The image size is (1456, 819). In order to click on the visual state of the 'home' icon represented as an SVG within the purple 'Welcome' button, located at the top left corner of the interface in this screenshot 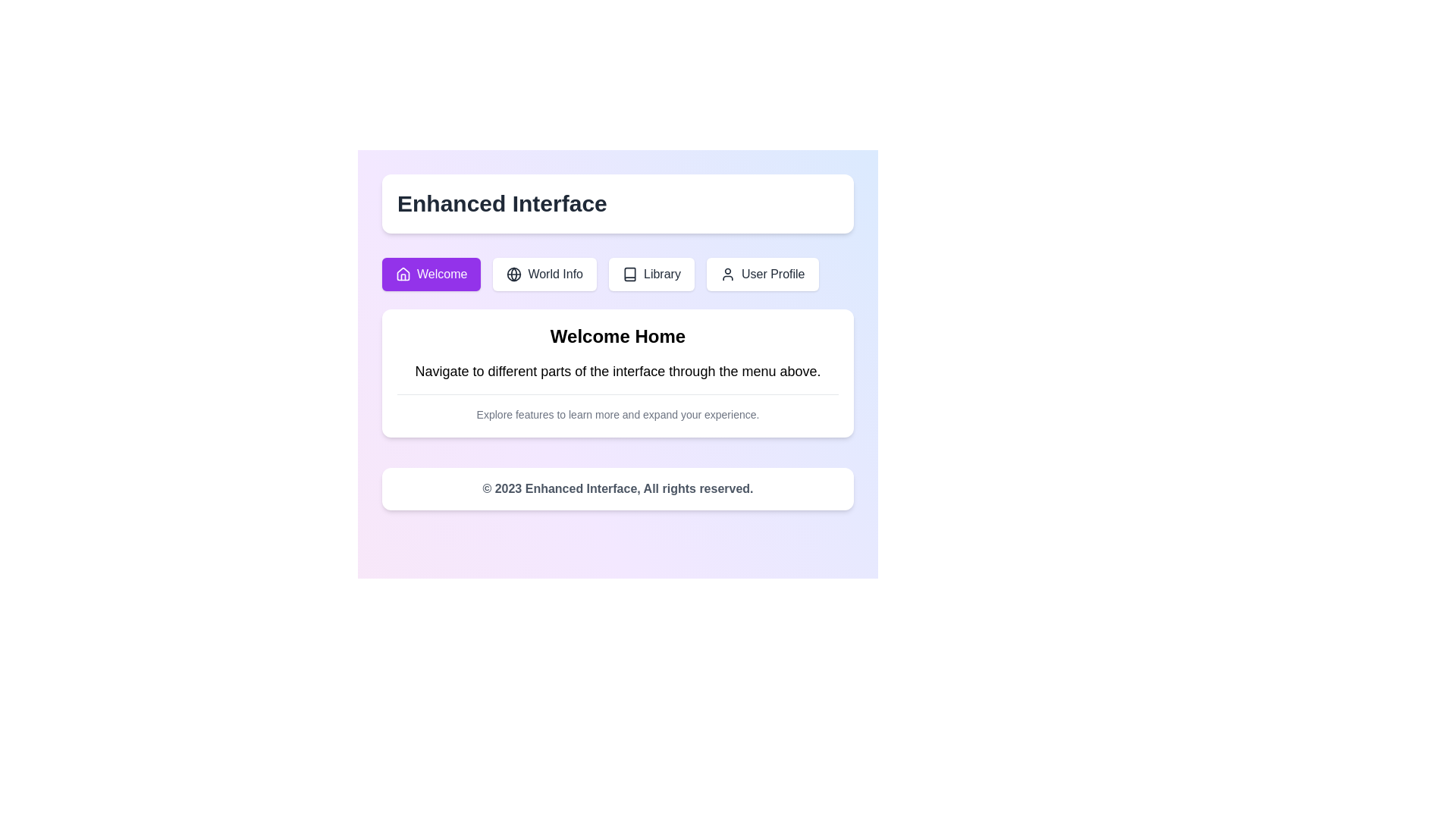, I will do `click(403, 274)`.